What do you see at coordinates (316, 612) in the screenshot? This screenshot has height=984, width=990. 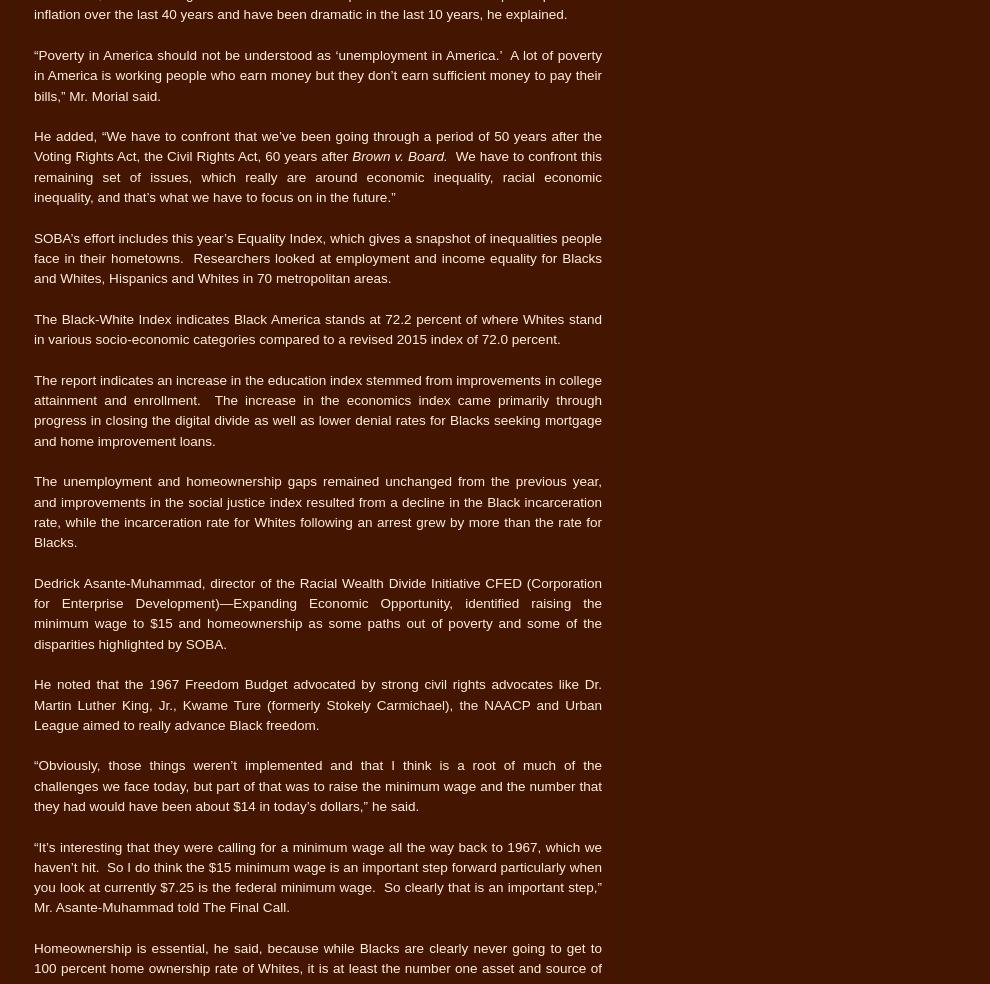 I see `'Dedrick Asante-Muhammad, director of the Racial Wealth Divide Initiative CFED (Corporation for Enterprise Development)—Expanding Economic Opportunity, identified raising the minimum wage to $15 and homeownership as some paths out of poverty and some of the disparities highlighted by SOBA.'` at bounding box center [316, 612].